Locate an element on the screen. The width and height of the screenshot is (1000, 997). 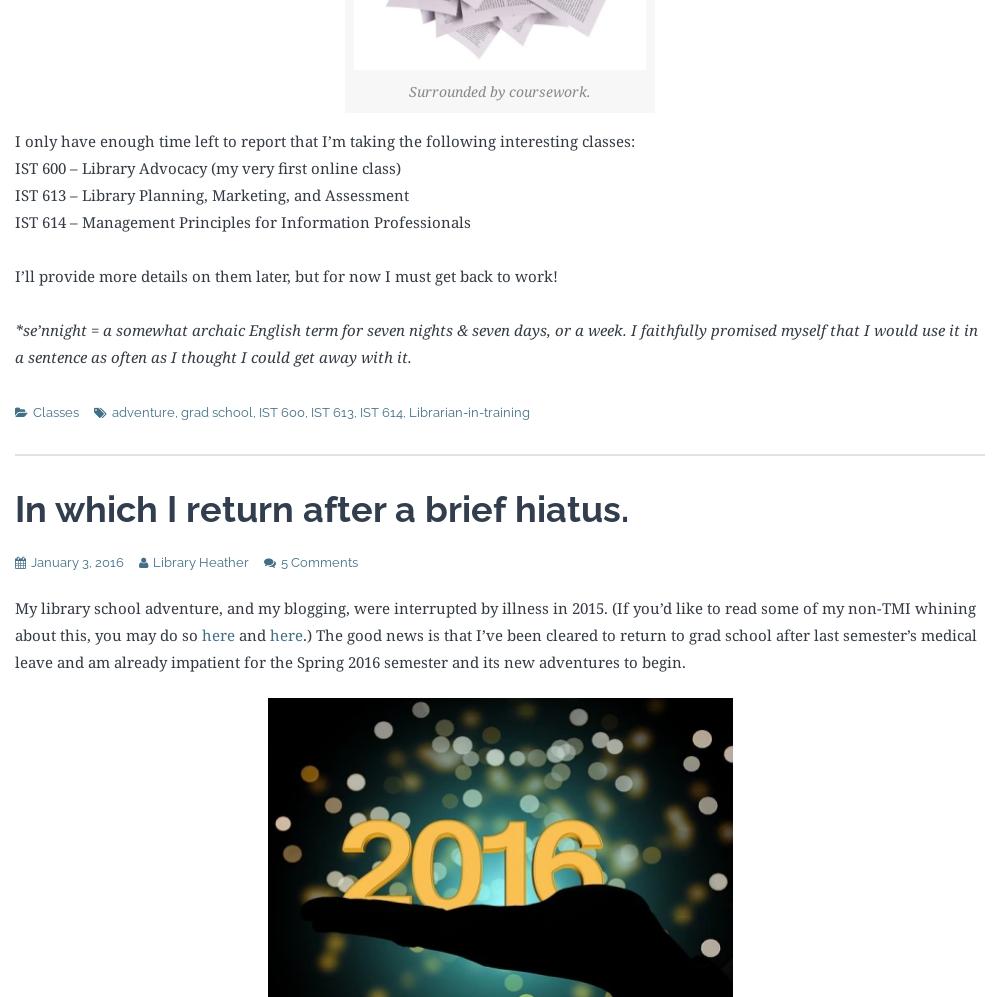
'*se’nnight = a somewhat archaic English term for seven nights & seven days, or a week. I faithfully promised myself that I would use it in a sentence as often as I thought I could get away with it.' is located at coordinates (495, 341).